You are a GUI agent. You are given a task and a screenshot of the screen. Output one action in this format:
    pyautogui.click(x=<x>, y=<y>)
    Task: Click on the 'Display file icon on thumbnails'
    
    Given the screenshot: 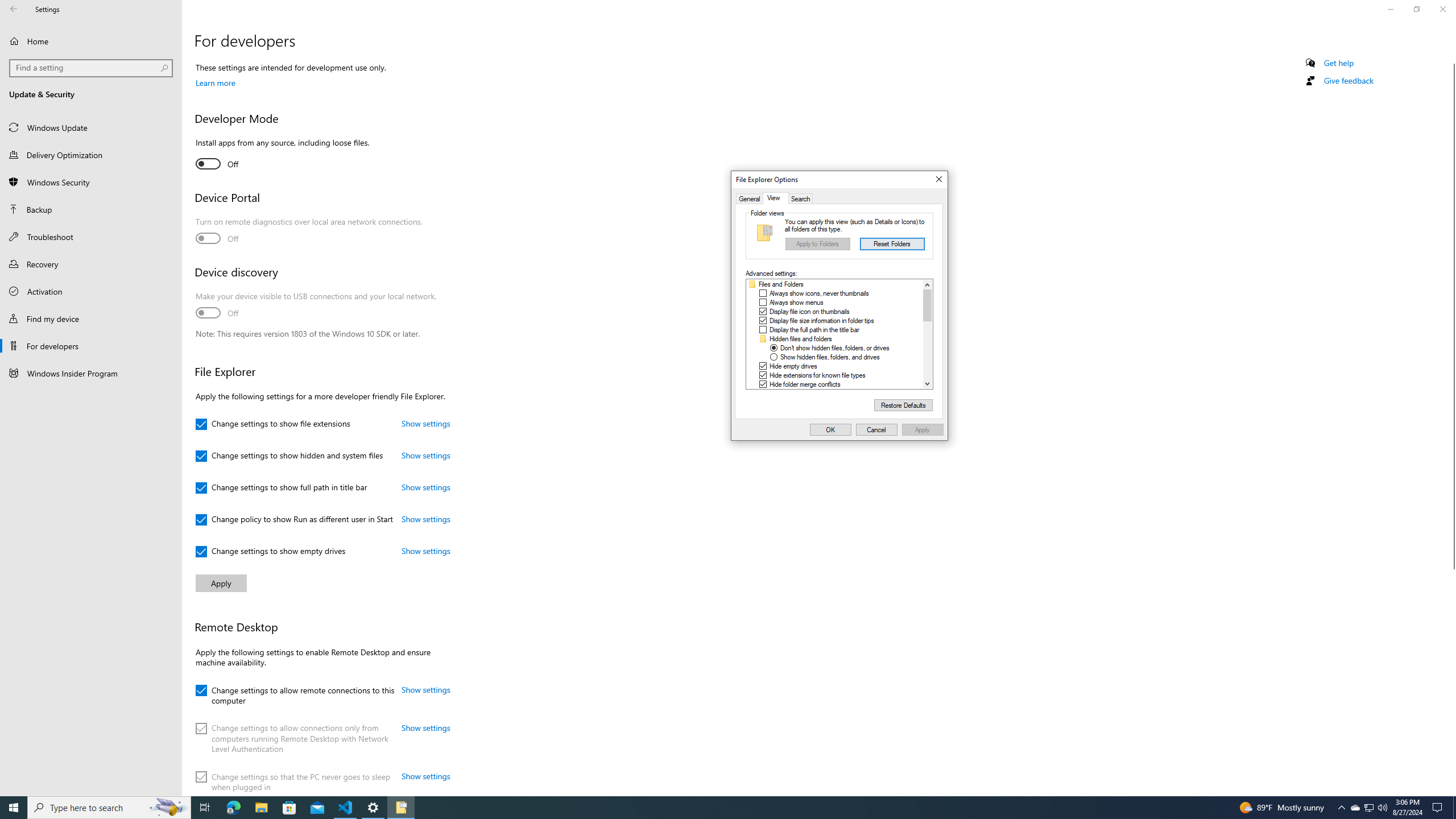 What is the action you would take?
    pyautogui.click(x=809, y=311)
    